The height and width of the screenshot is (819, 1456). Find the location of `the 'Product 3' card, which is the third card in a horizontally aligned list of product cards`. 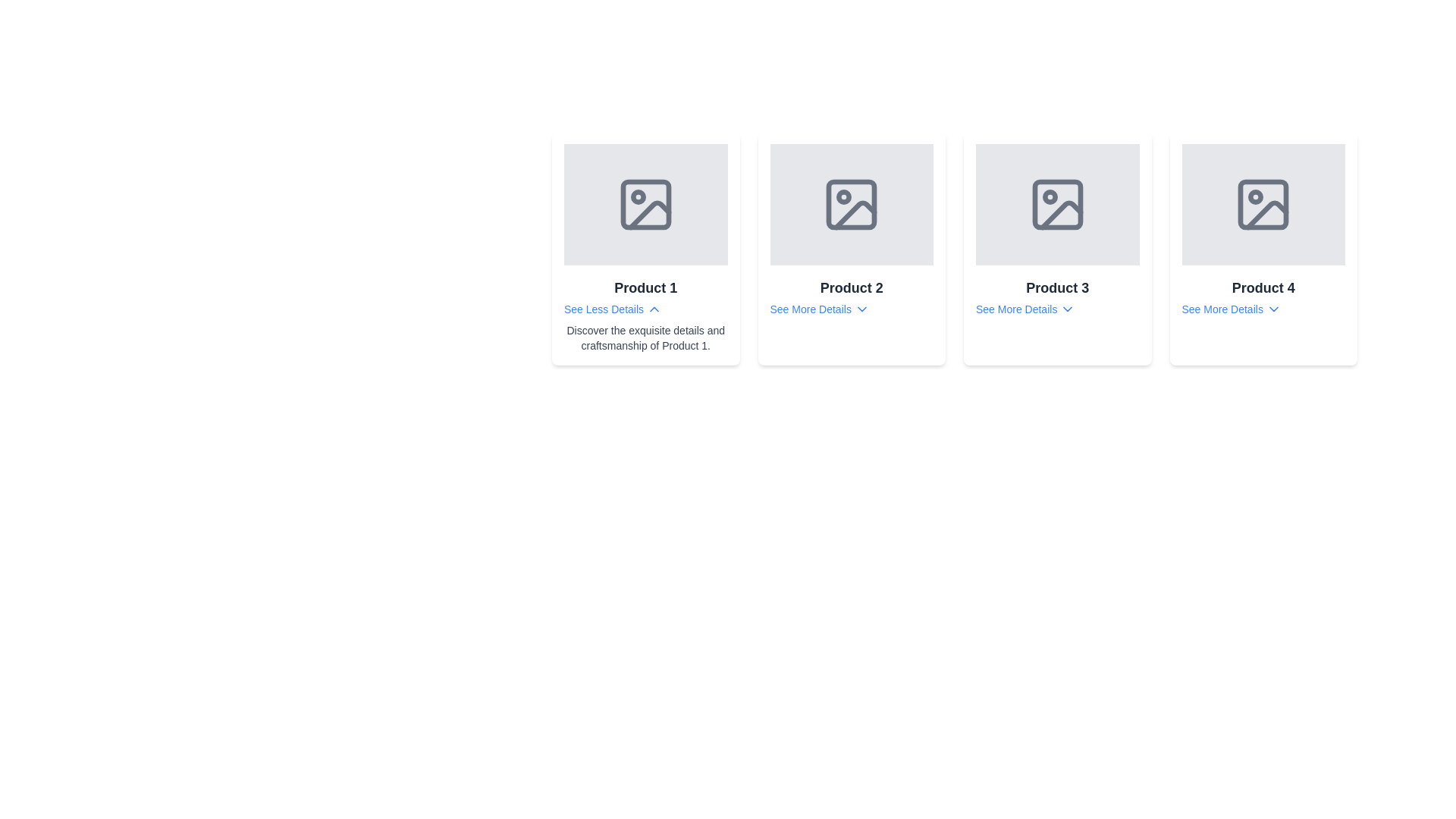

the 'Product 3' card, which is the third card in a horizontally aligned list of product cards is located at coordinates (1056, 247).